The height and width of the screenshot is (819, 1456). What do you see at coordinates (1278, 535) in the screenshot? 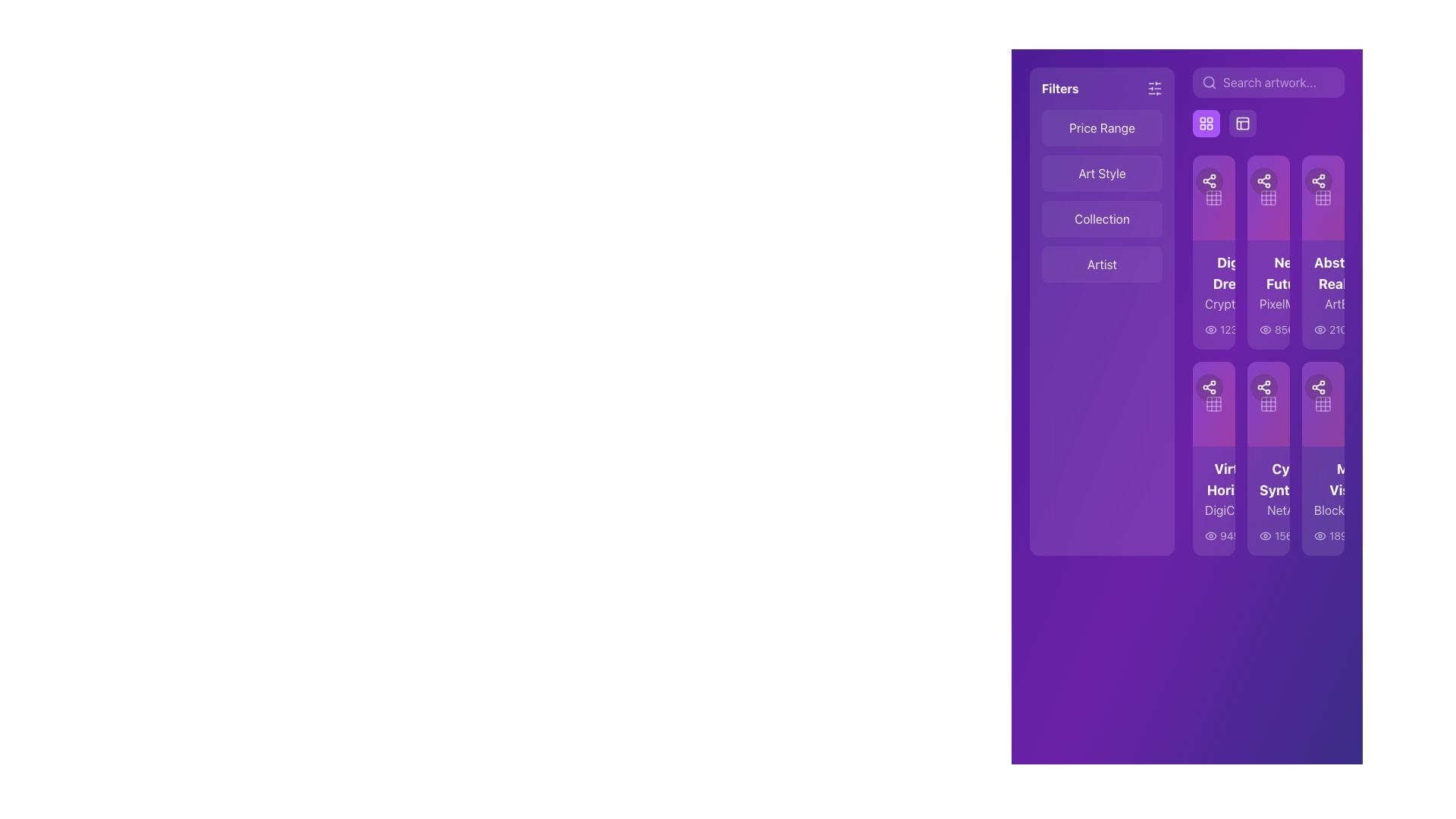
I see `the numeric text component displaying '1567' next to the eye icon, which indicates a view count` at bounding box center [1278, 535].